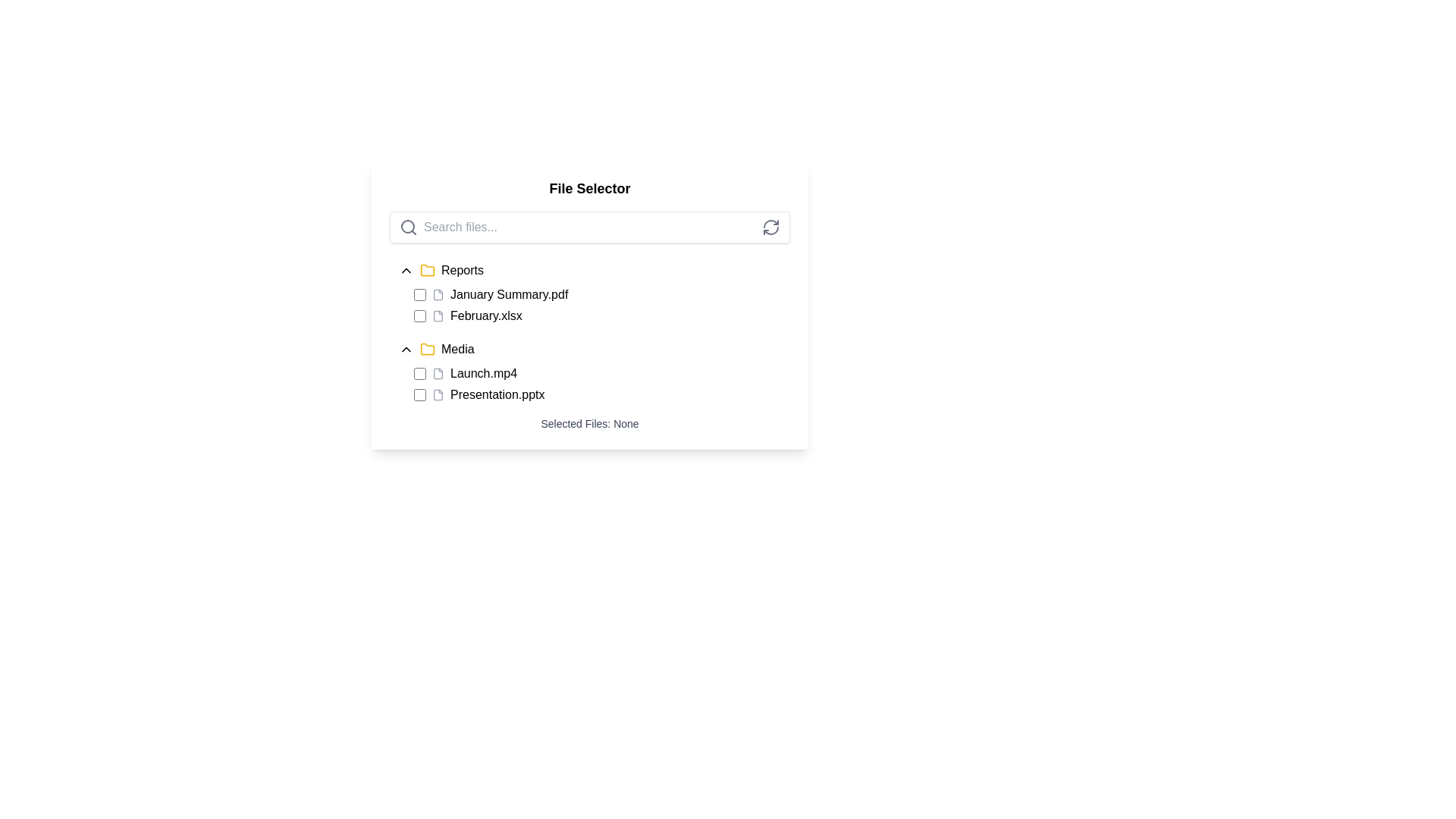 Image resolution: width=1456 pixels, height=819 pixels. Describe the element at coordinates (437, 315) in the screenshot. I see `the file icon representing 'February.xlsx', which is the second icon in the 'Reports' section, located to the left of the text` at that location.